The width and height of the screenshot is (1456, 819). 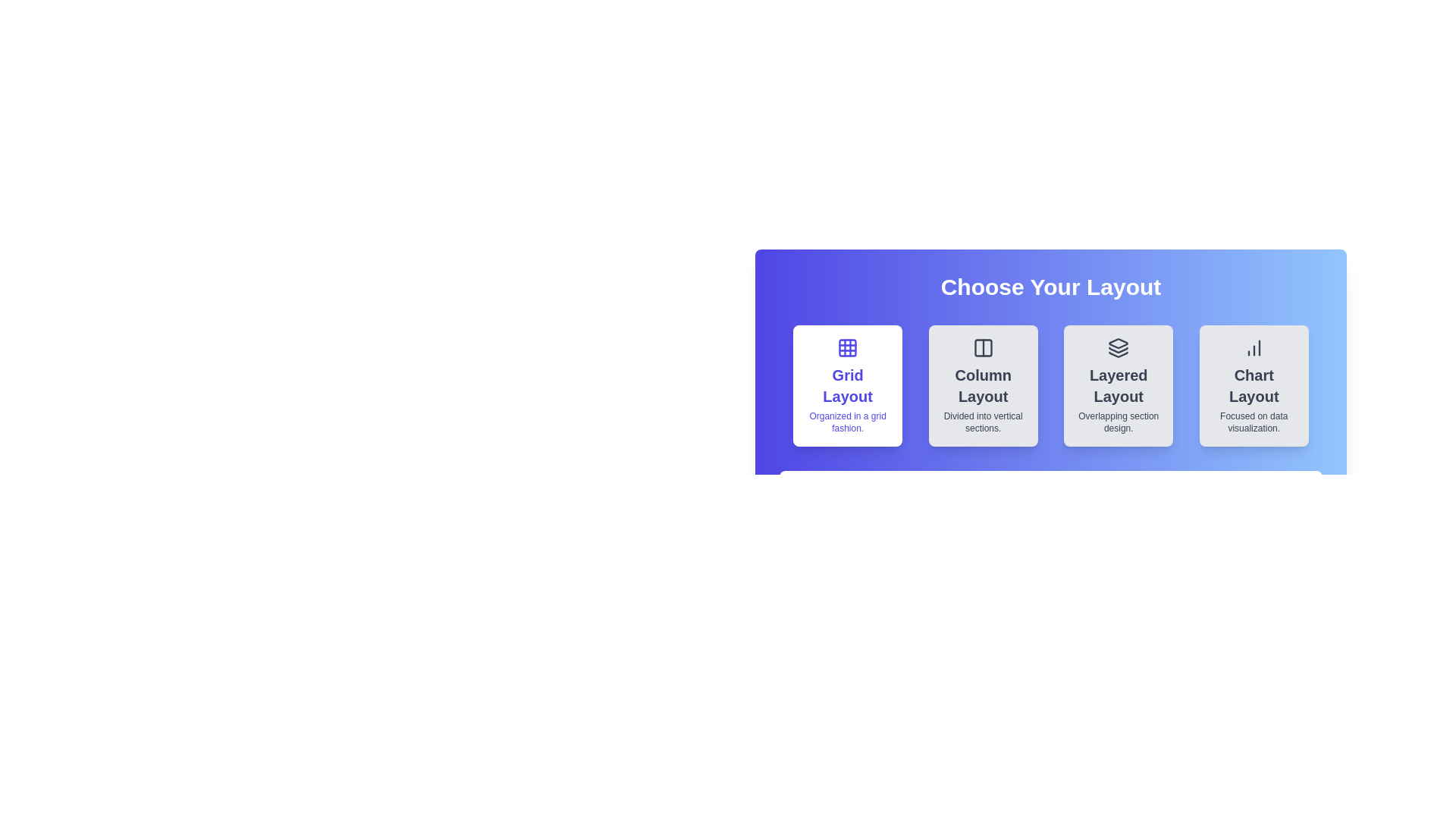 I want to click on the layout button corresponding to Layered Layout, so click(x=1118, y=385).